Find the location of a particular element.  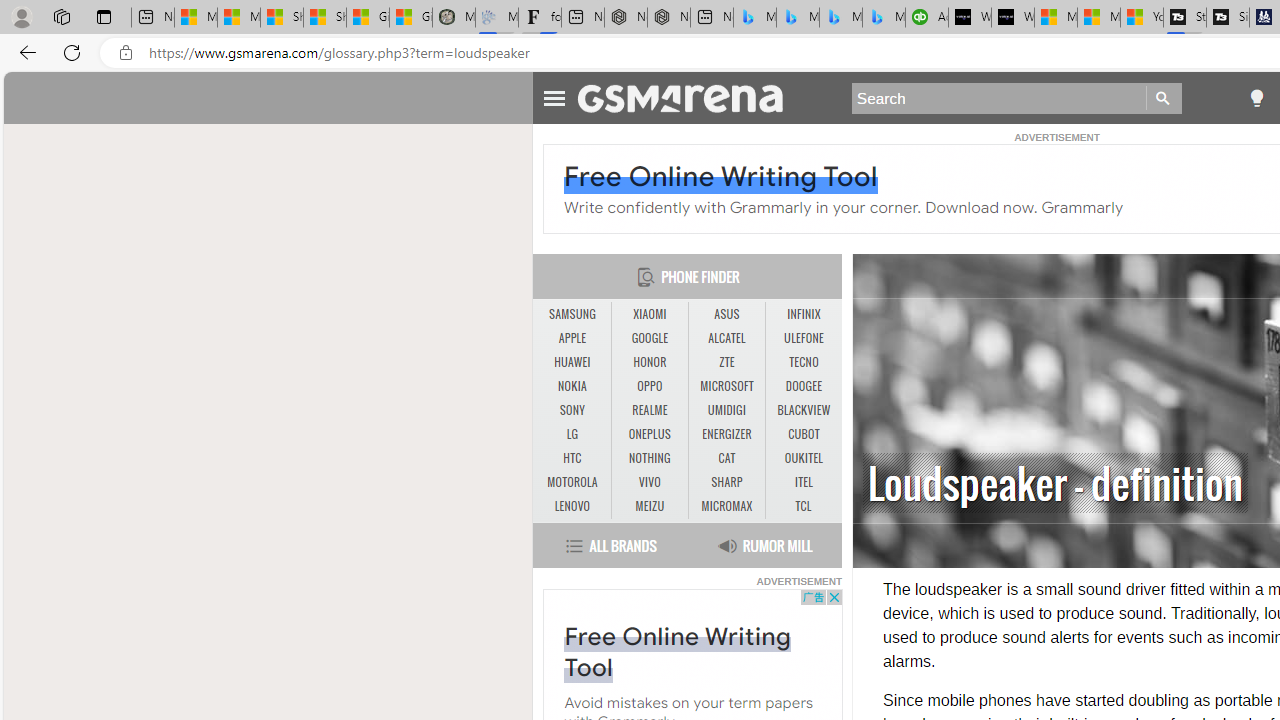

'CUBOT' is located at coordinates (803, 433).